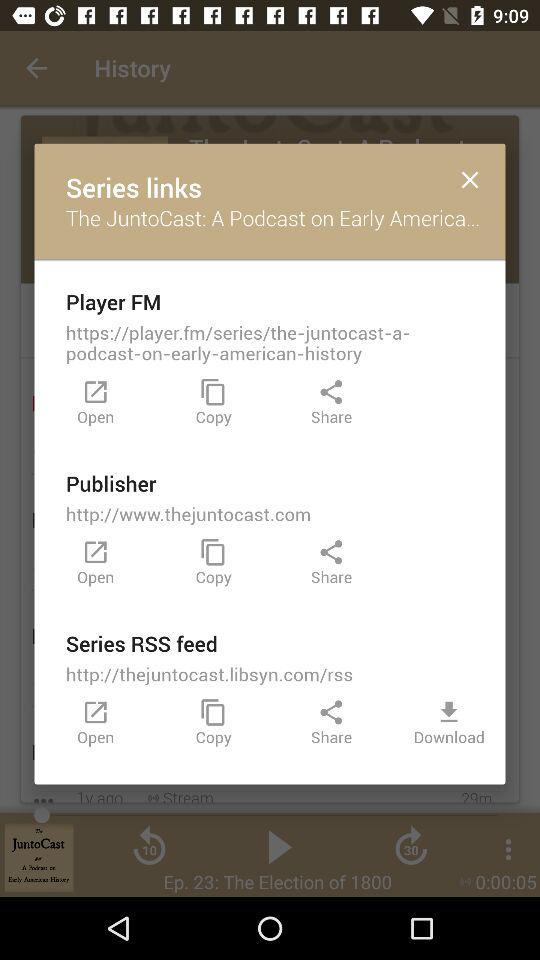  I want to click on icon to the right of the series links, so click(470, 178).